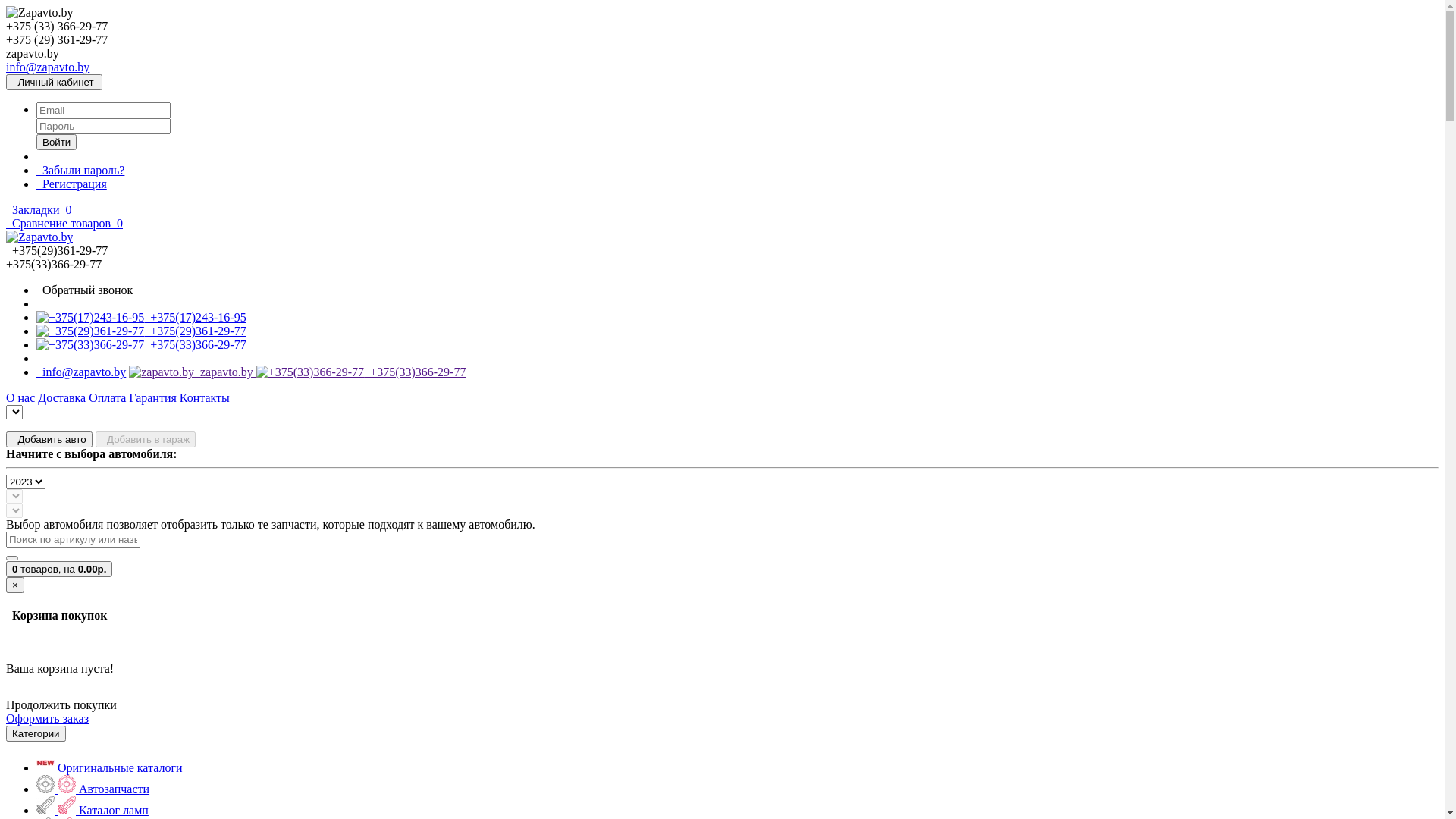 The image size is (1456, 819). Describe the element at coordinates (39, 237) in the screenshot. I see `'Zapavto.by'` at that location.